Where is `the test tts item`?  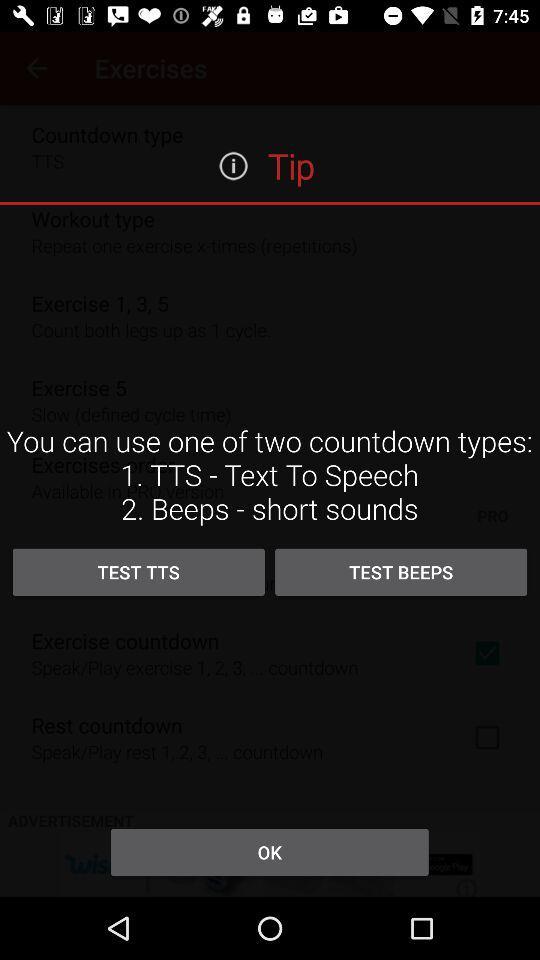
the test tts item is located at coordinates (137, 572).